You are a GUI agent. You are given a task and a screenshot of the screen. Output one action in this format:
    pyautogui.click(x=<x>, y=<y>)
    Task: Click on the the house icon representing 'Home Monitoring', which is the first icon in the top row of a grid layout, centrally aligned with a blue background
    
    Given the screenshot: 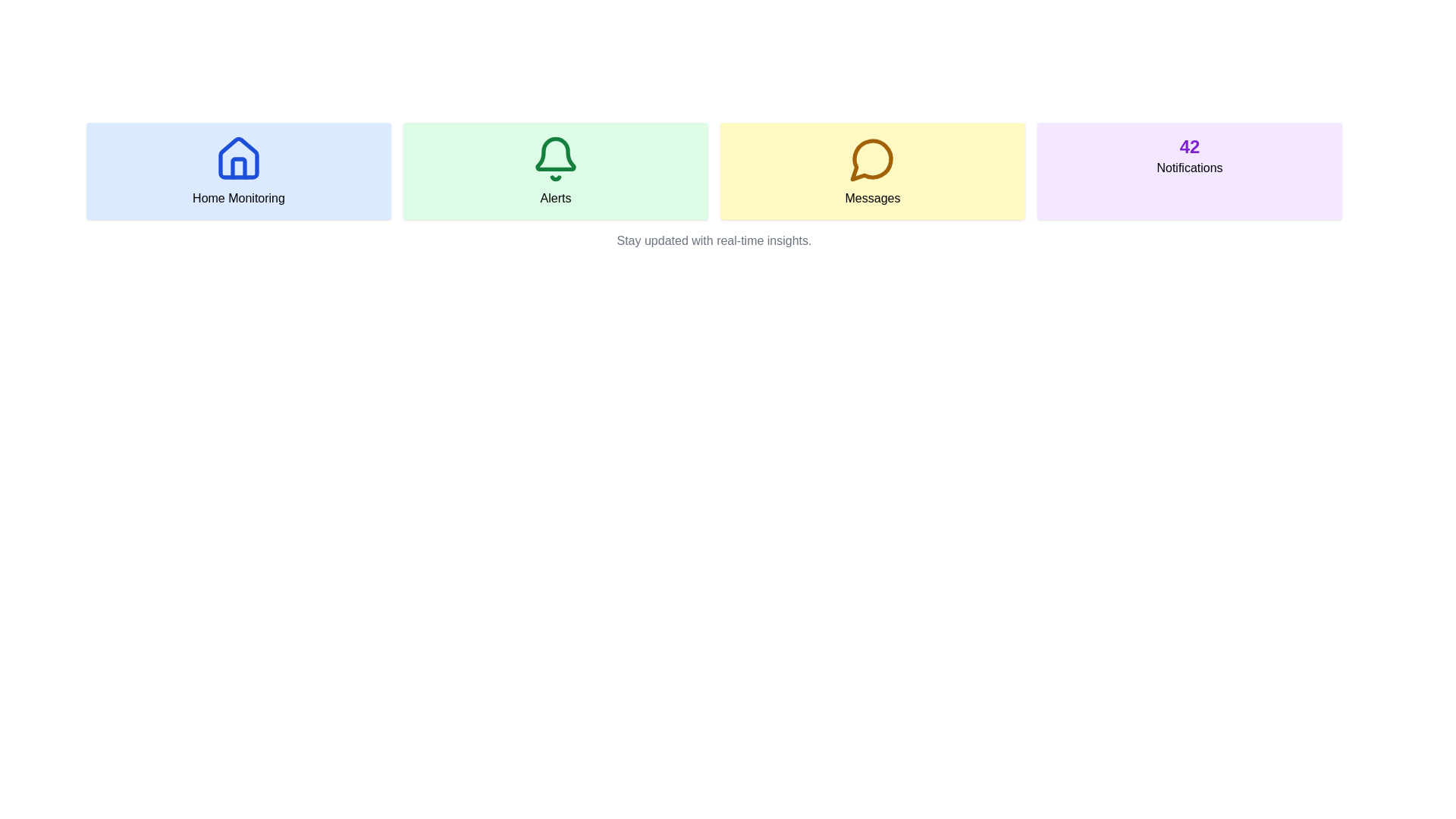 What is the action you would take?
    pyautogui.click(x=238, y=158)
    